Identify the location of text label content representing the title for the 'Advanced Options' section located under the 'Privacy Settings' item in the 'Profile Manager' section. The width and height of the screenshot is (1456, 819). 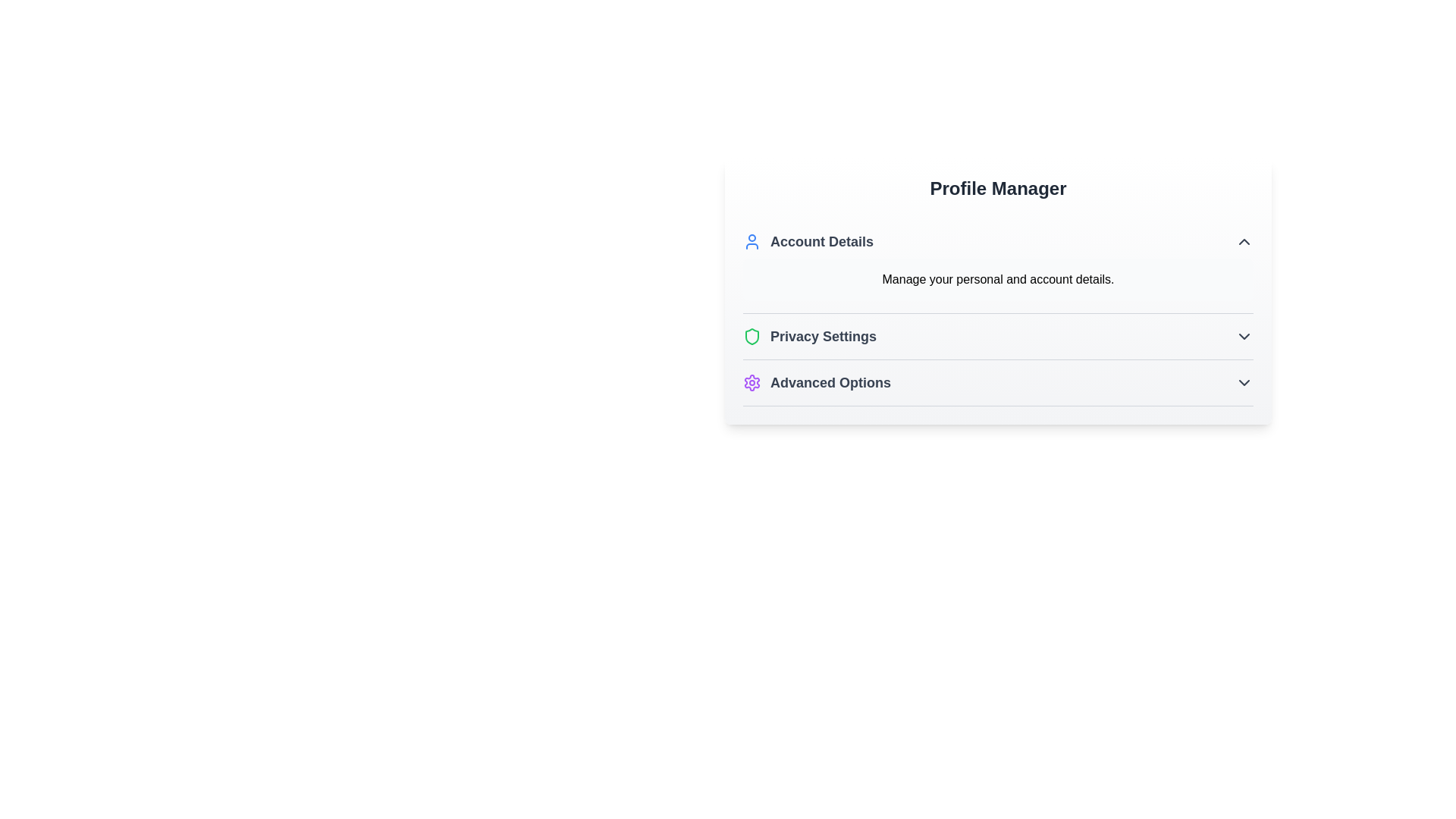
(830, 382).